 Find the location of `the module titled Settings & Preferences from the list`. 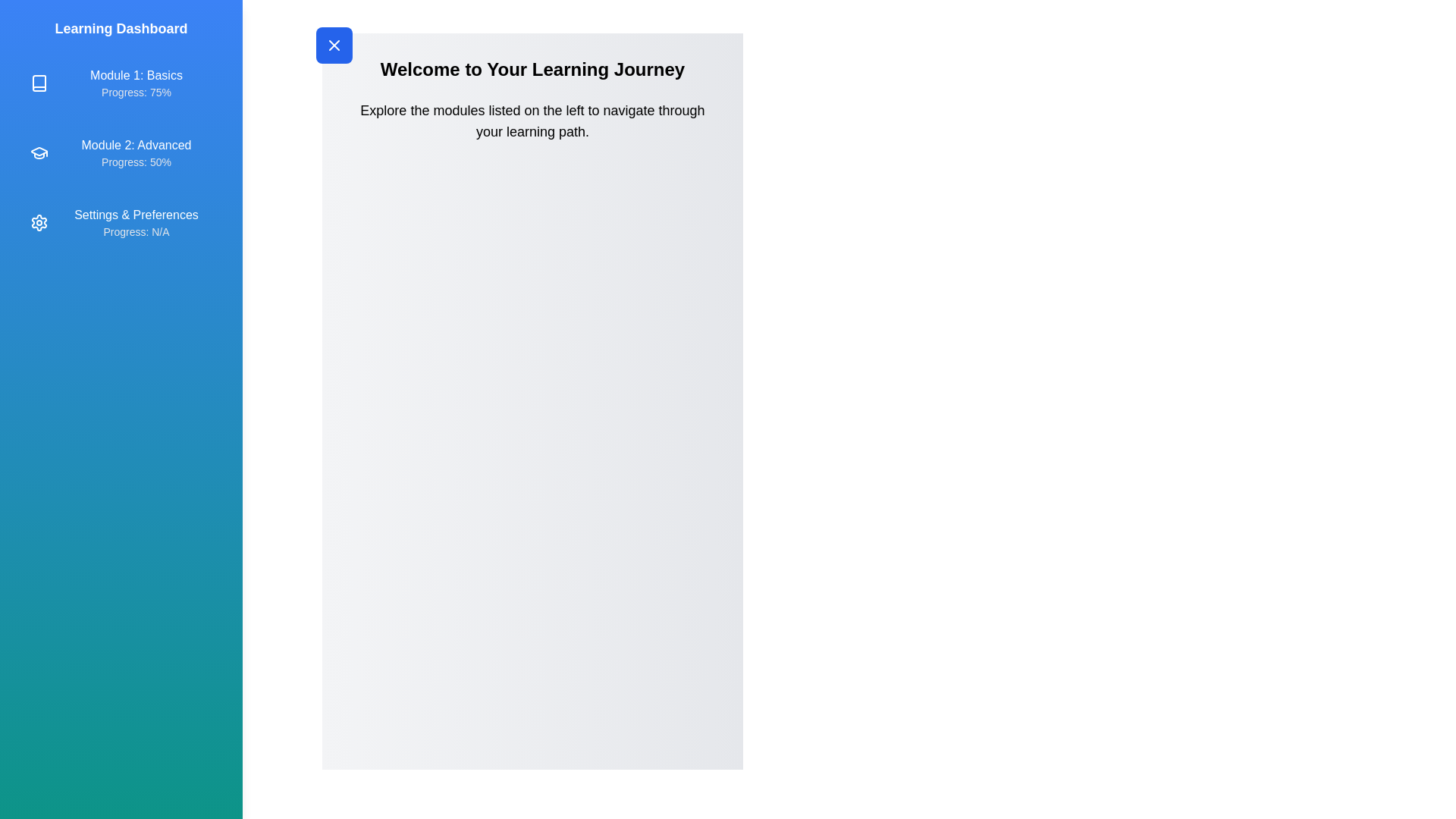

the module titled Settings & Preferences from the list is located at coordinates (120, 222).